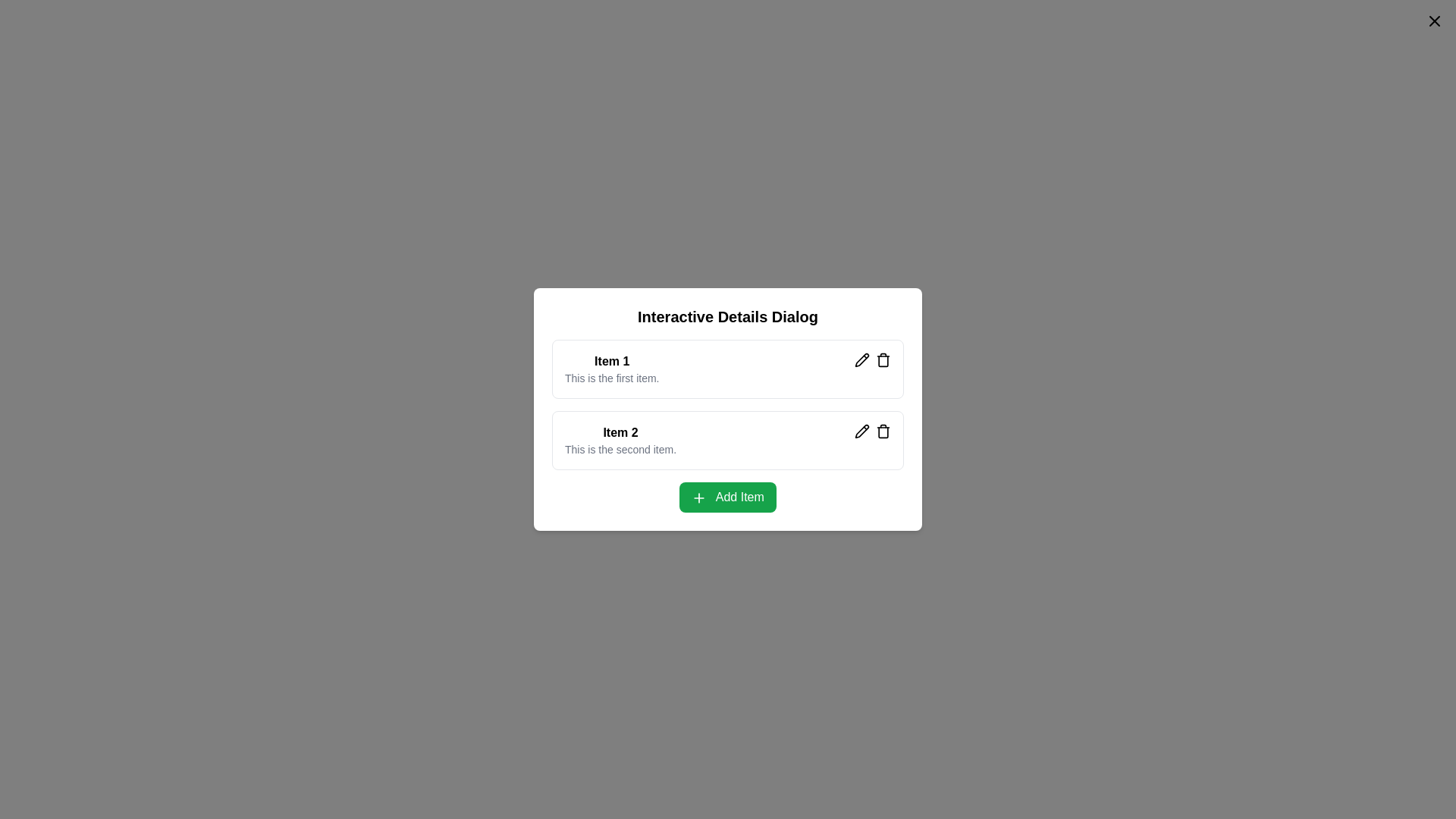 The width and height of the screenshot is (1456, 819). What do you see at coordinates (612, 369) in the screenshot?
I see `the text block displaying the heading 'Item 1' and subtext 'This is the first item.'` at bounding box center [612, 369].